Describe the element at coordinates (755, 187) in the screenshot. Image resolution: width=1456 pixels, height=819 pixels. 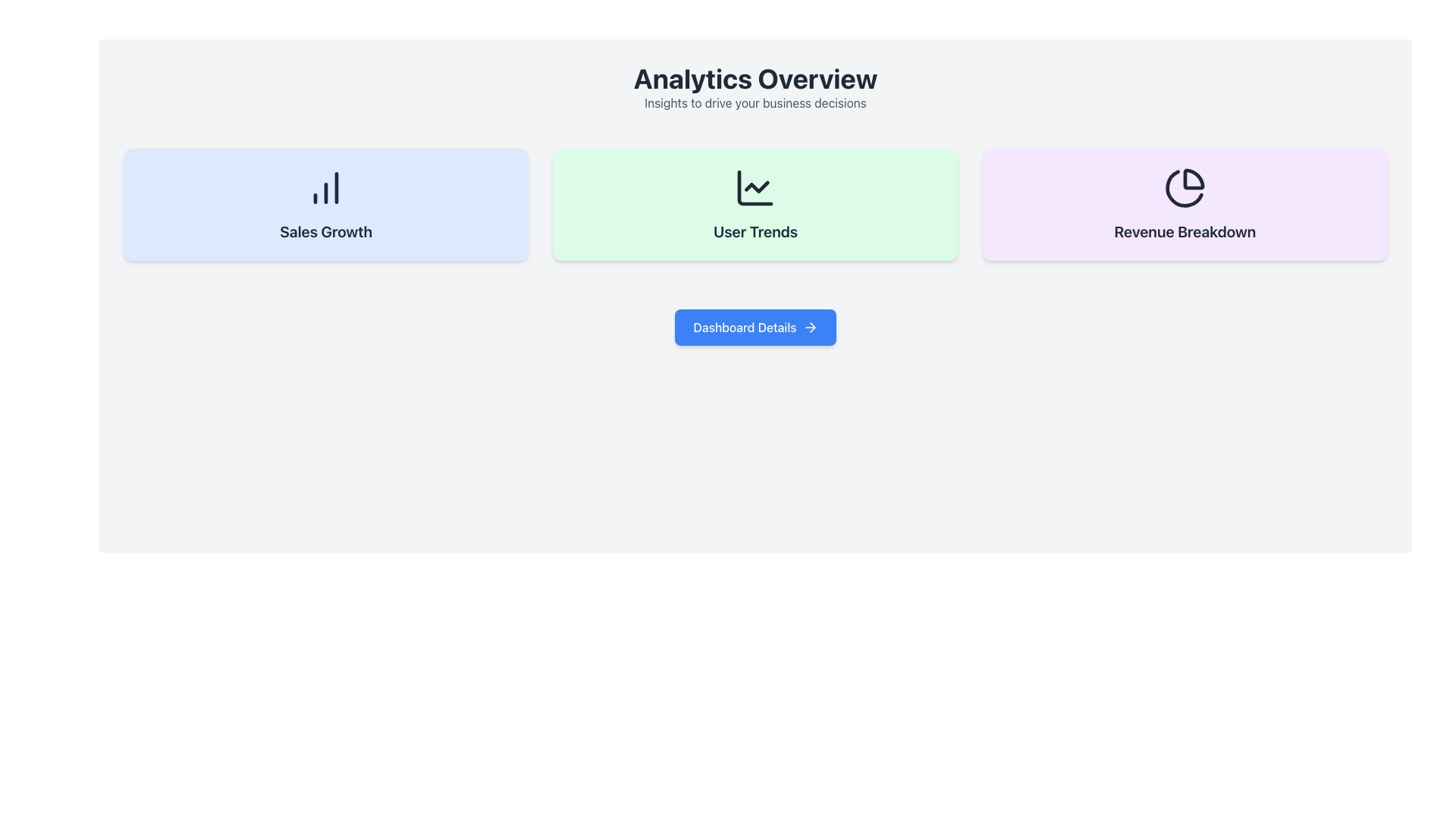
I see `the SVG icon depicting a line chart, which is centrally located in the 'User Trends' green card` at that location.